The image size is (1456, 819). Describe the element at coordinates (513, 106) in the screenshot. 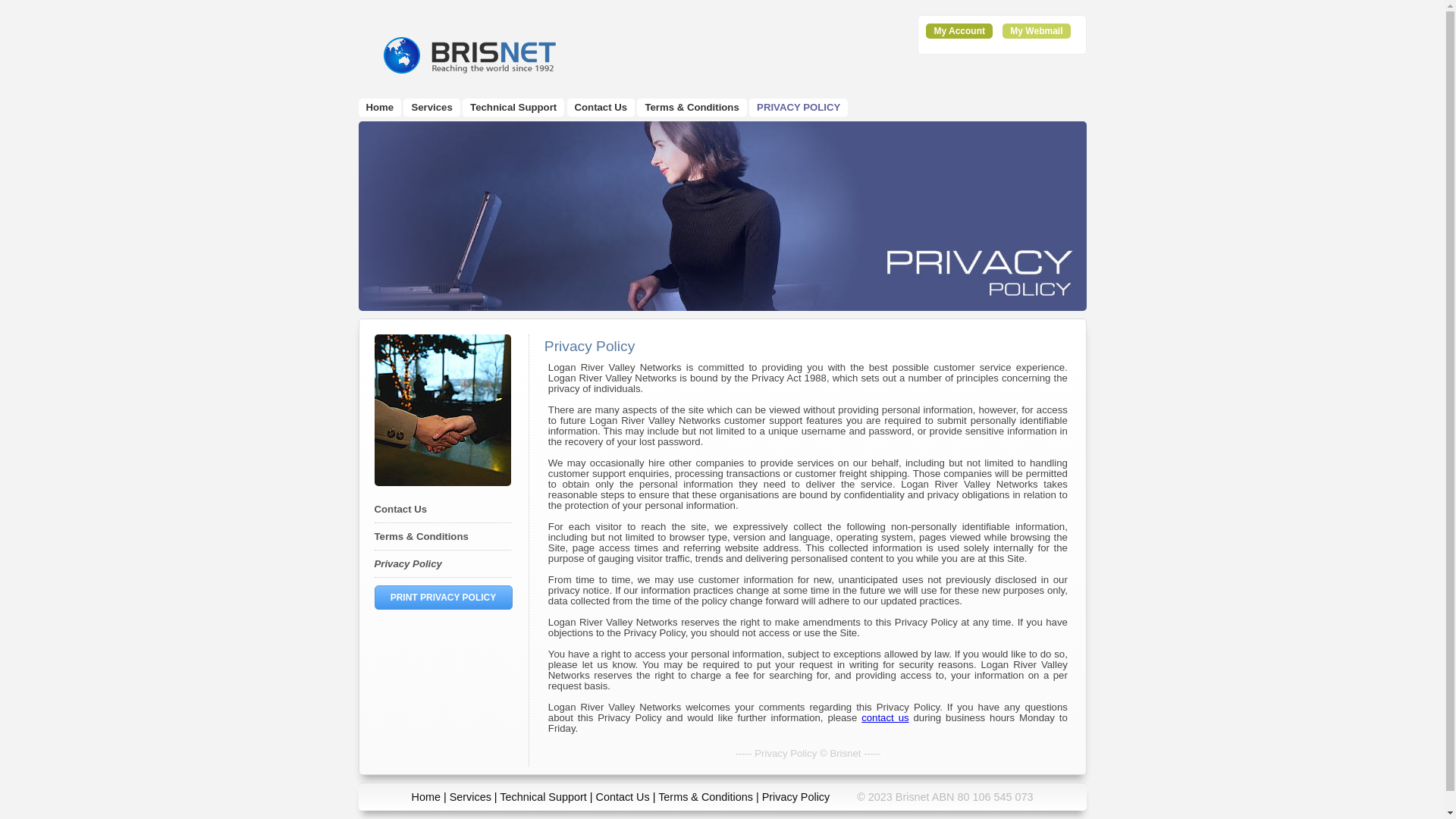

I see `'Technical Support'` at that location.